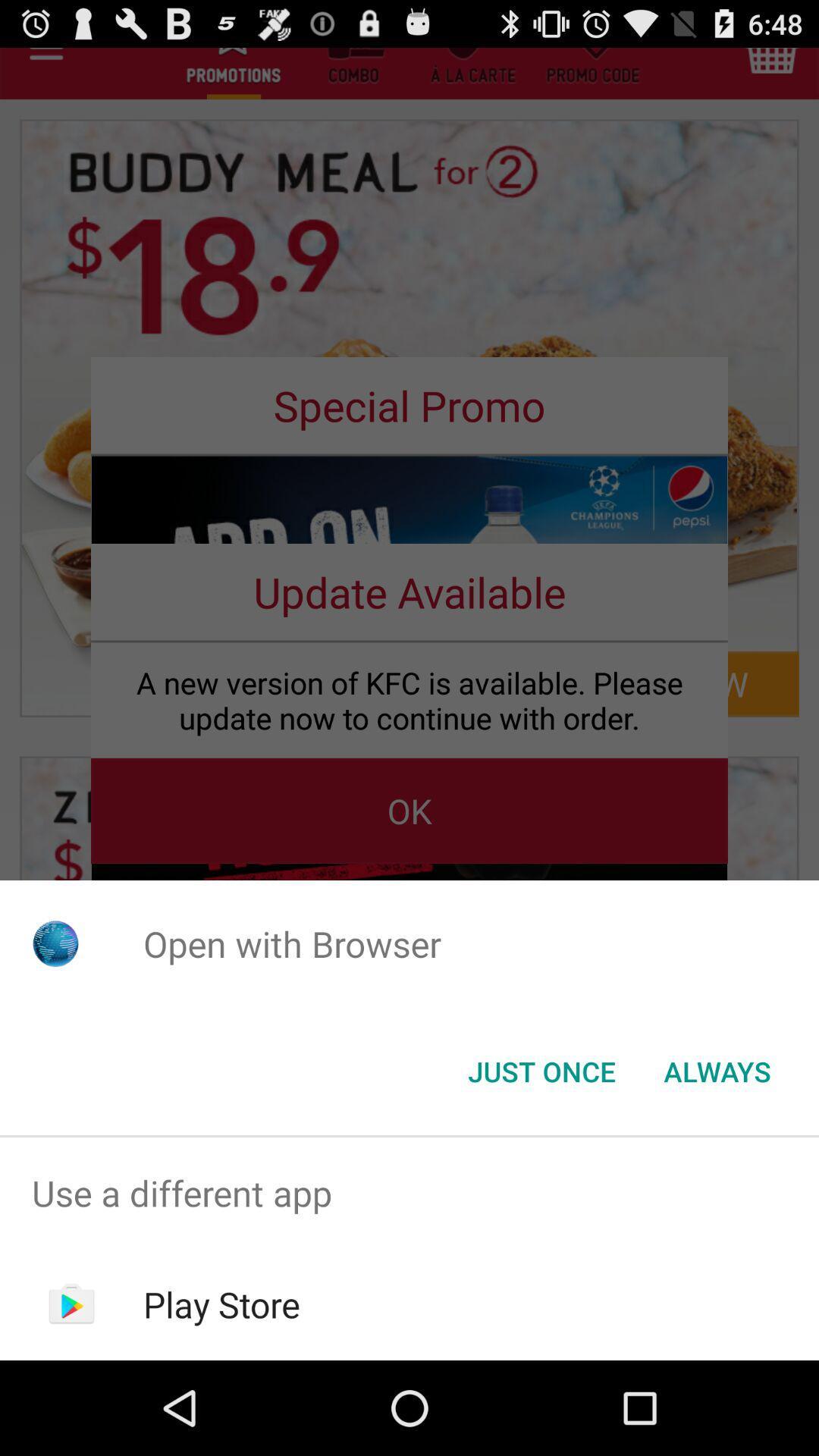 The height and width of the screenshot is (1456, 819). What do you see at coordinates (221, 1304) in the screenshot?
I see `play store item` at bounding box center [221, 1304].